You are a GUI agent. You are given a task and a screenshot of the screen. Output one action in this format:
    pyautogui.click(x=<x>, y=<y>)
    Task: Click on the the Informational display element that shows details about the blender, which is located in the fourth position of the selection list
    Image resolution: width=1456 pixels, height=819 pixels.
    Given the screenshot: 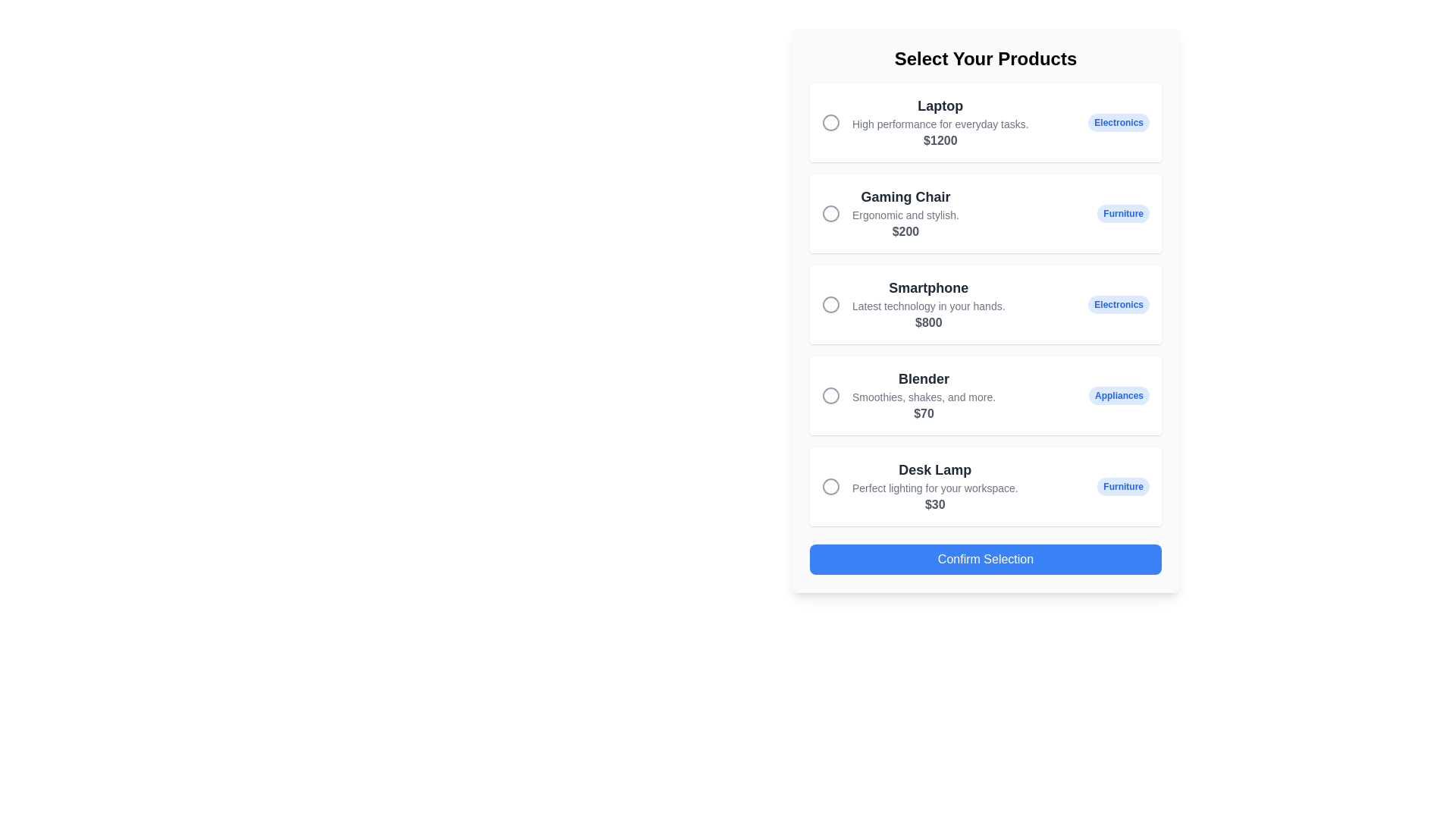 What is the action you would take?
    pyautogui.click(x=923, y=394)
    